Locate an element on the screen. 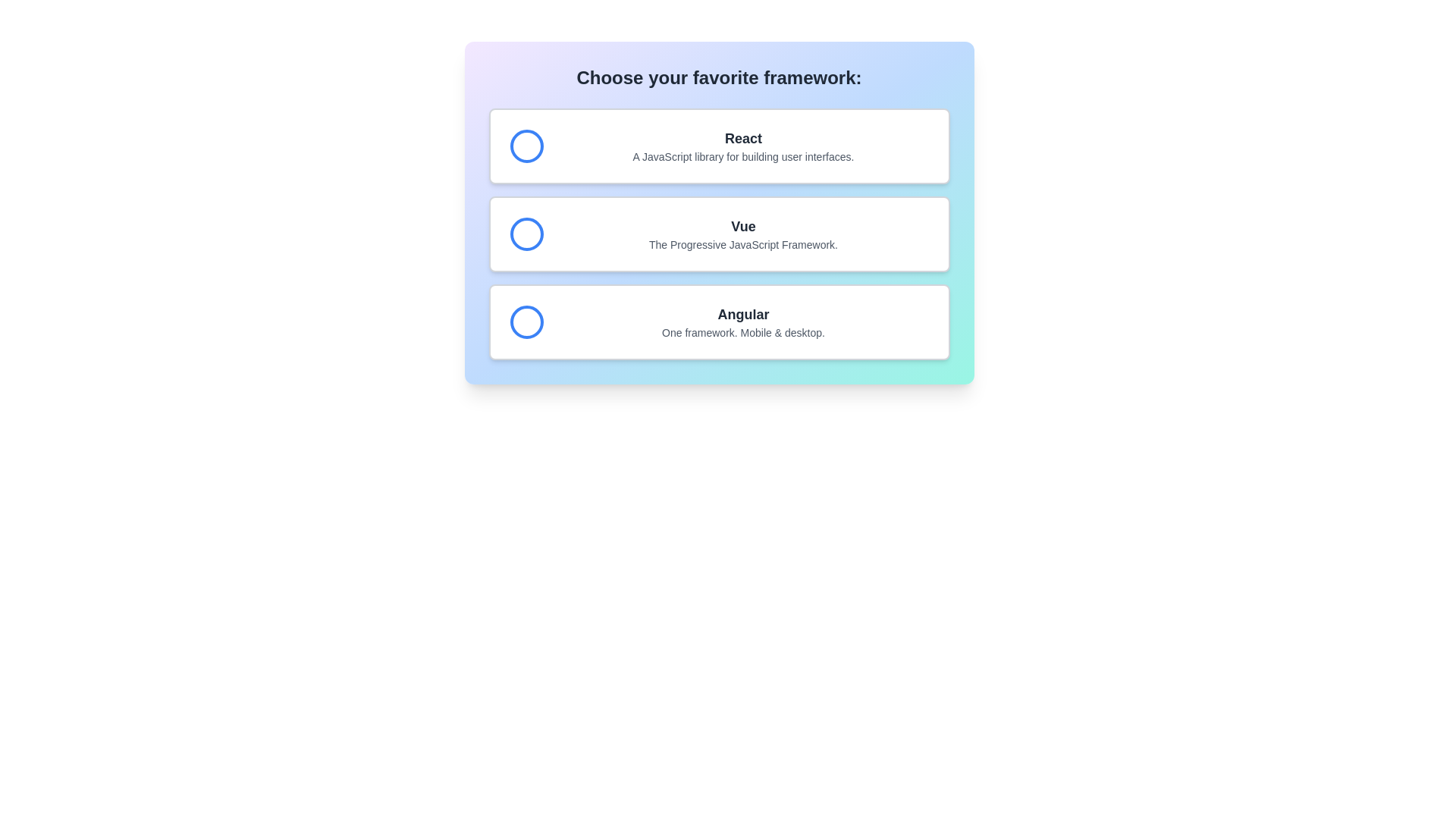 This screenshot has height=819, width=1456. the Static Text element labeled 'Vue', which serves as a title header for the corresponding selectable card in the list of options is located at coordinates (743, 227).